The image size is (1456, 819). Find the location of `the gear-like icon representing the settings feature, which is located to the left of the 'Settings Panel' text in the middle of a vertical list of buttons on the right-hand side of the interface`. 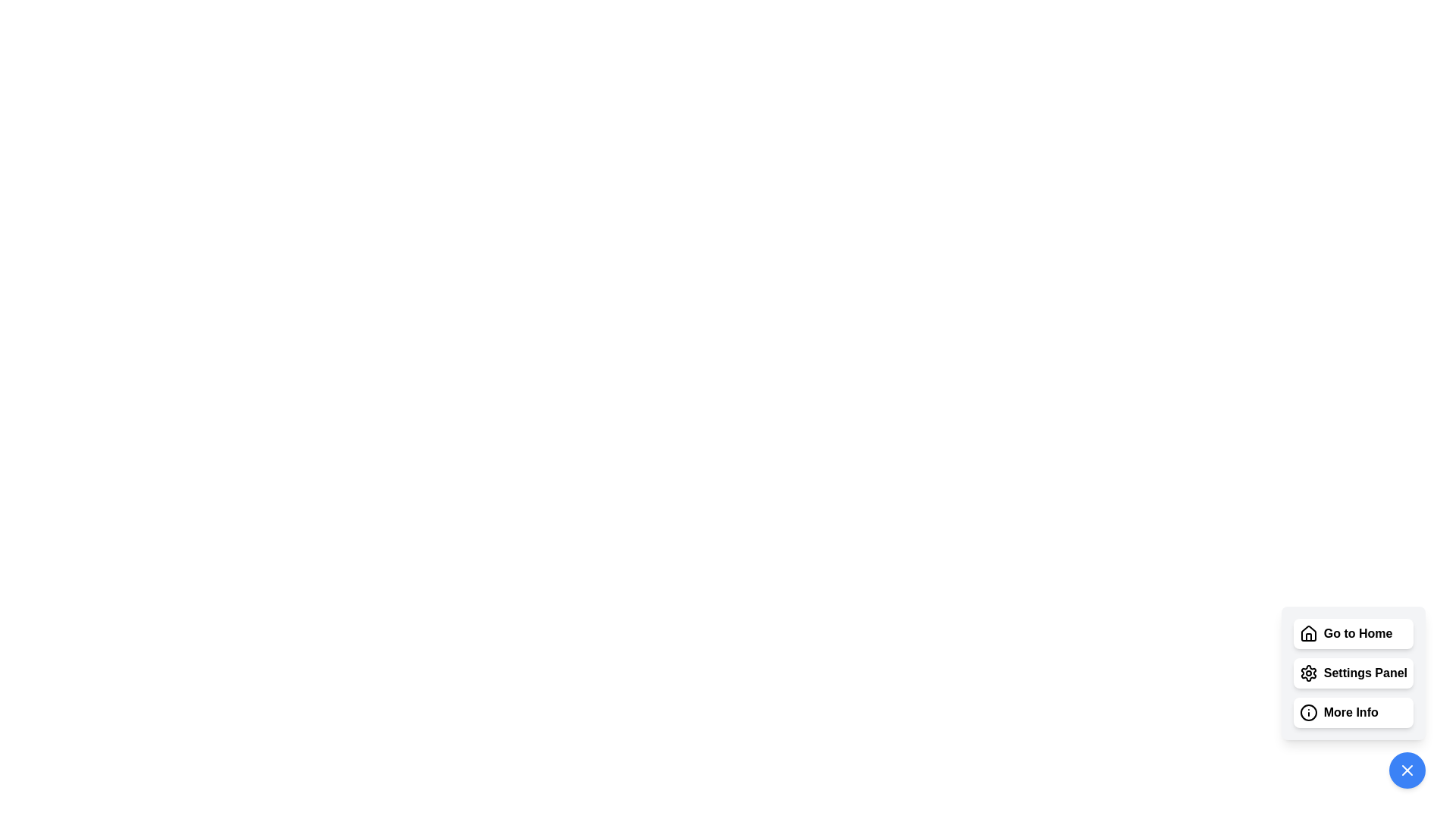

the gear-like icon representing the settings feature, which is located to the left of the 'Settings Panel' text in the middle of a vertical list of buttons on the right-hand side of the interface is located at coordinates (1307, 672).